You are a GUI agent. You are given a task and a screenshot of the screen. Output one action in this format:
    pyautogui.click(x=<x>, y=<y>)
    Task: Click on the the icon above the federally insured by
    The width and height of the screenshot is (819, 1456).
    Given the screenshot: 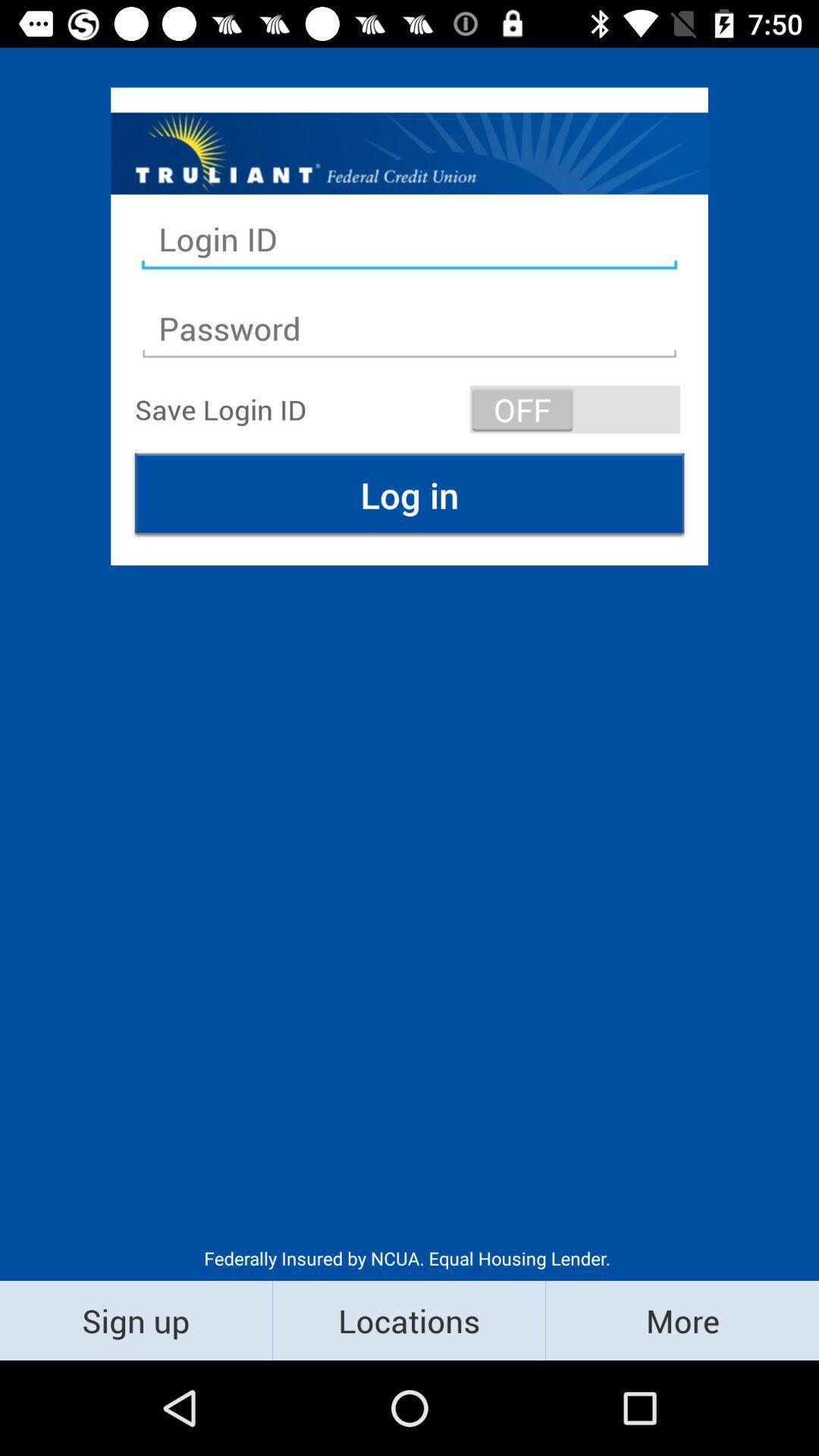 What is the action you would take?
    pyautogui.click(x=409, y=494)
    